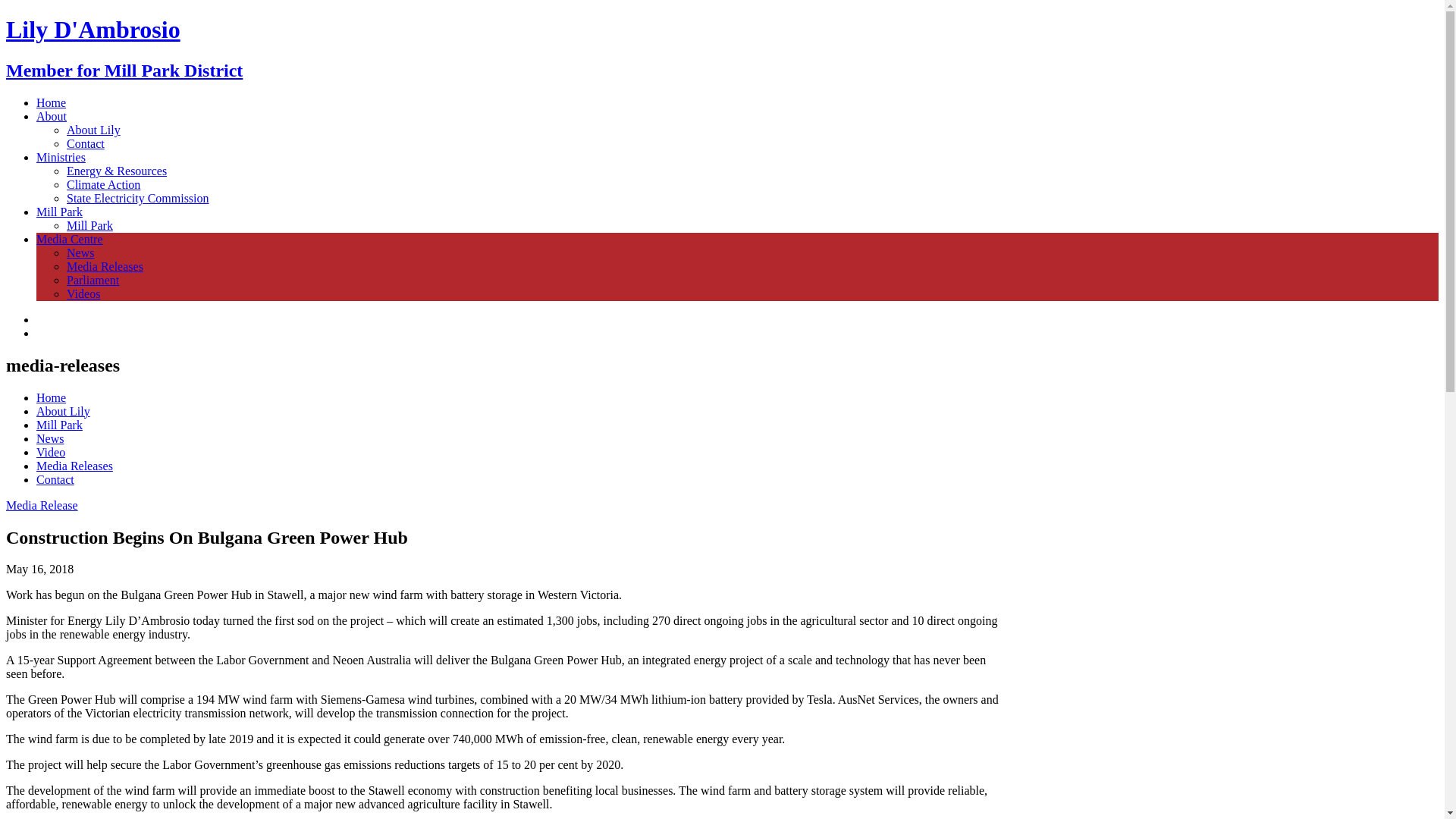 The width and height of the screenshot is (1456, 819). I want to click on 'Media Releases', so click(74, 465).